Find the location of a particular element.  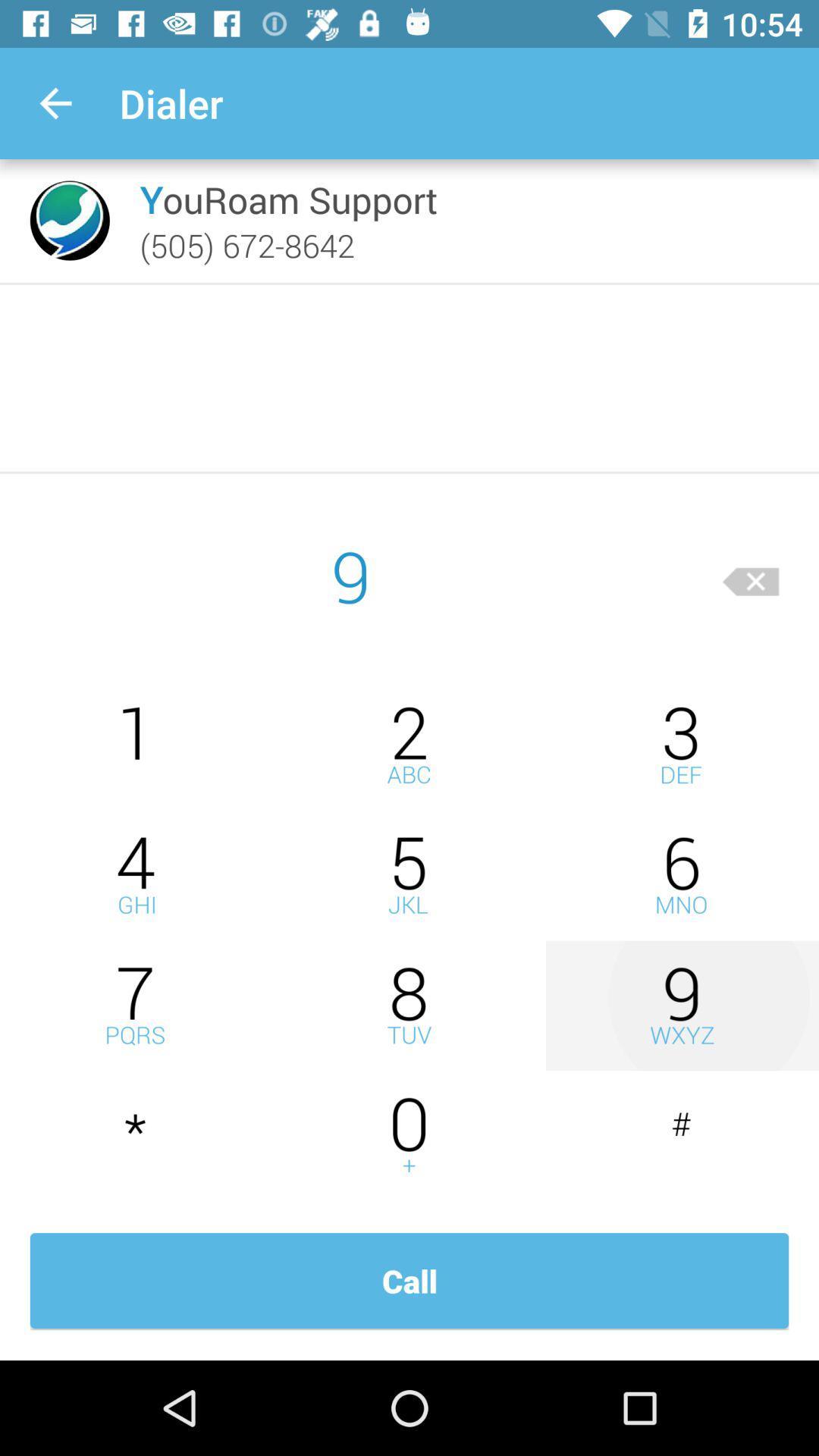

backspace is located at coordinates (751, 575).